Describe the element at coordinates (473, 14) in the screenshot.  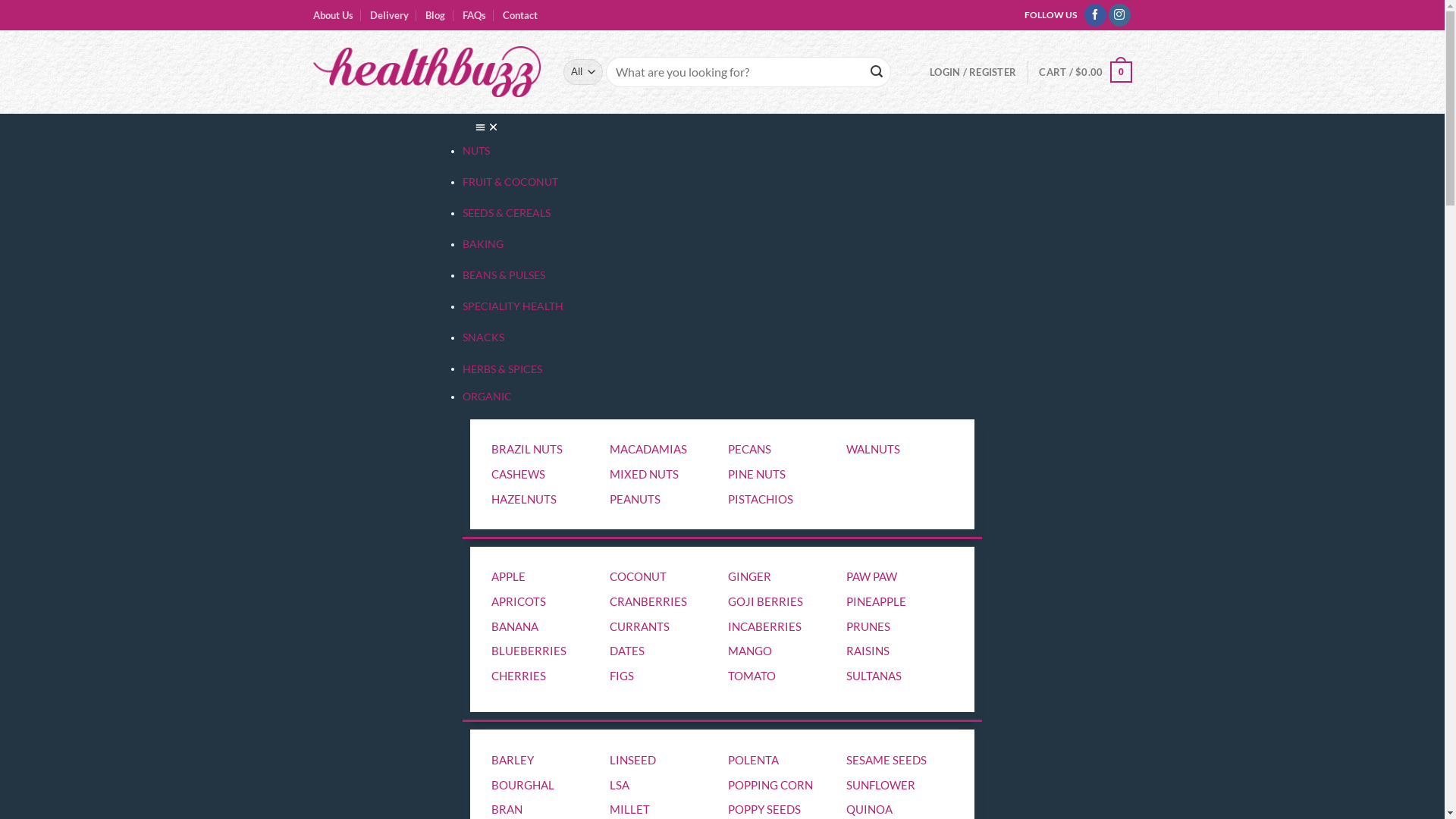
I see `'FAQs'` at that location.